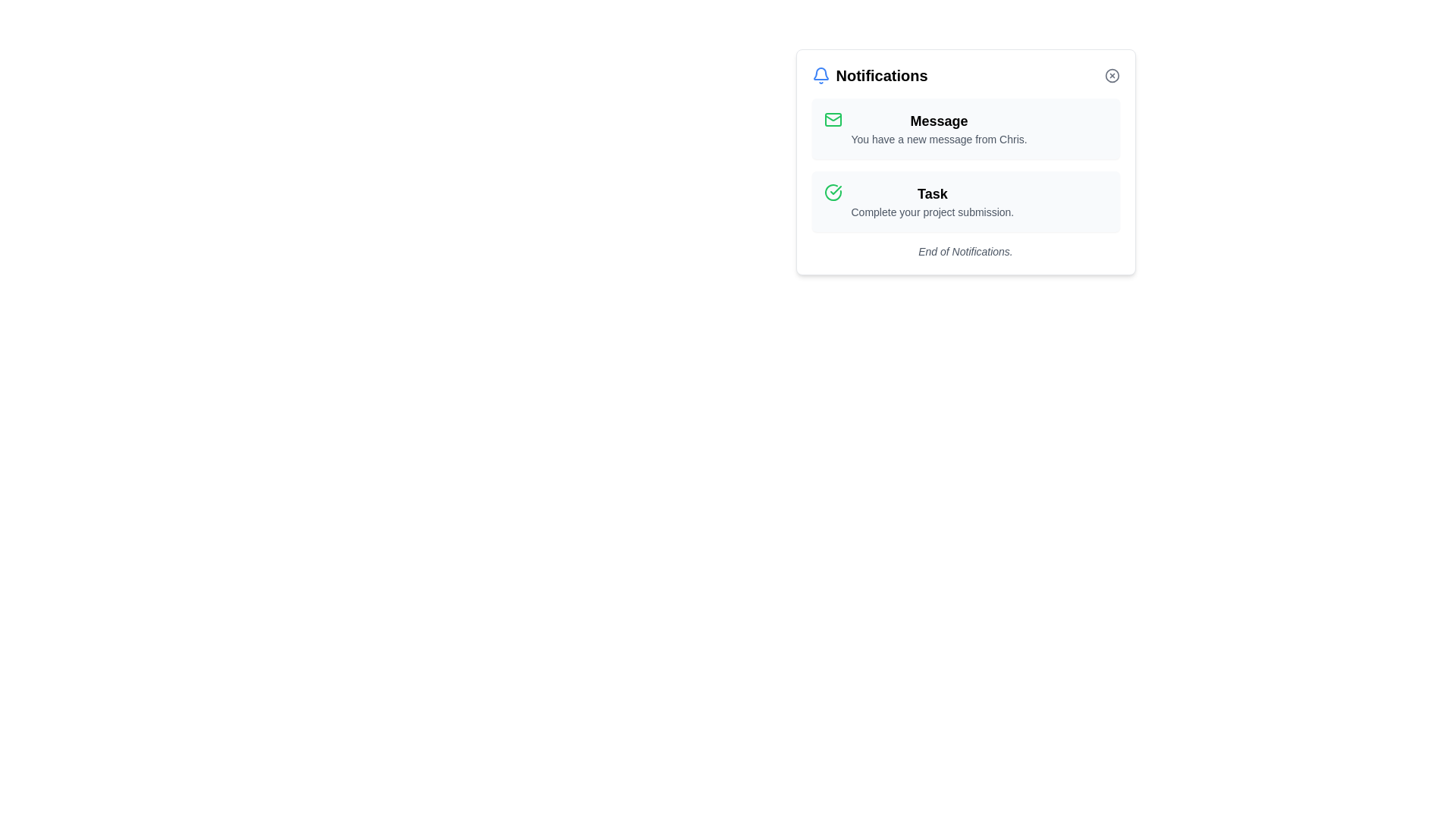  What do you see at coordinates (931, 193) in the screenshot?
I see `the text label displaying 'Task', which is bold and larger in font size, located above the text 'Complete your project submission'` at bounding box center [931, 193].